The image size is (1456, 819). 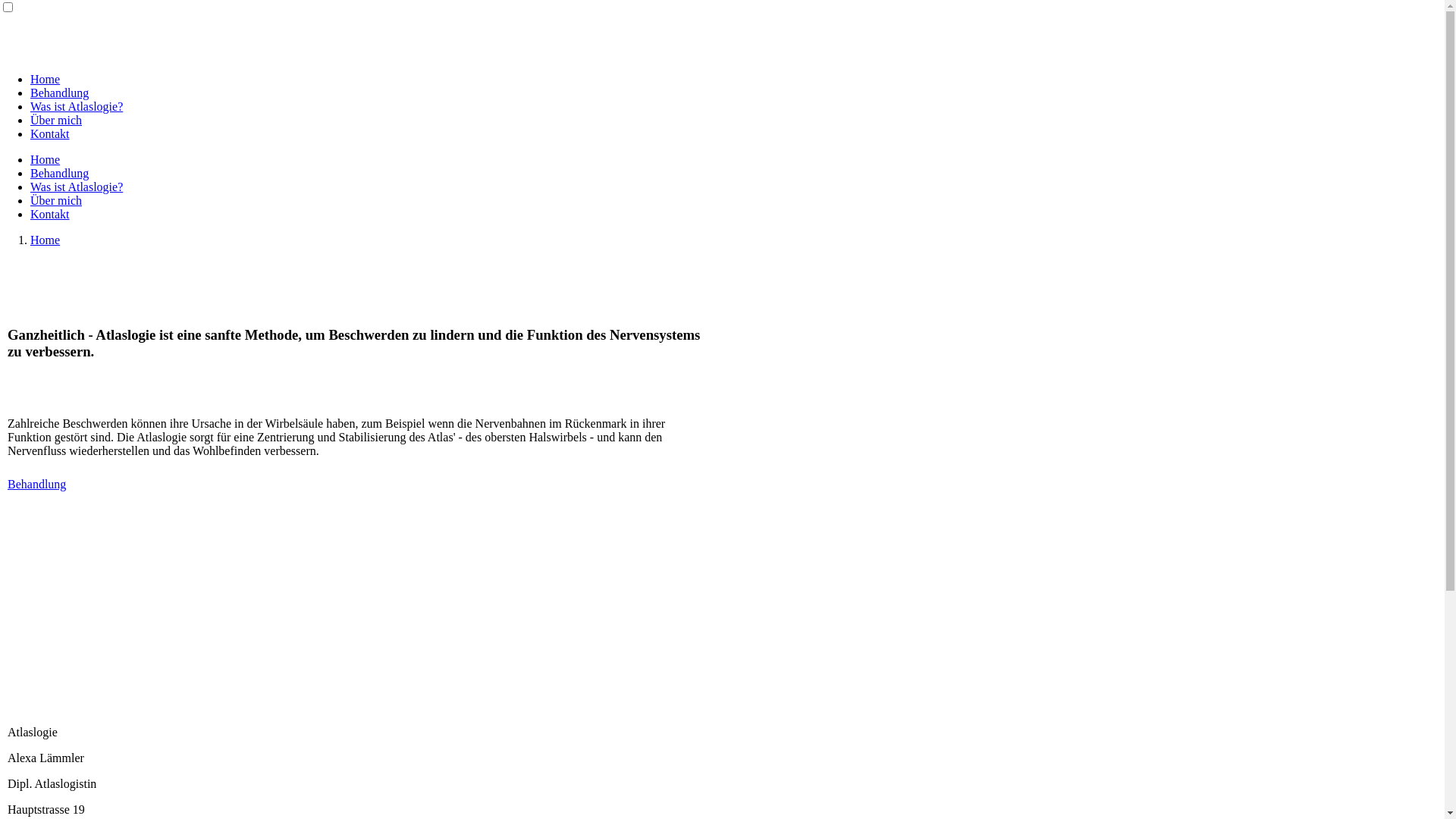 What do you see at coordinates (36, 484) in the screenshot?
I see `'Behandlung'` at bounding box center [36, 484].